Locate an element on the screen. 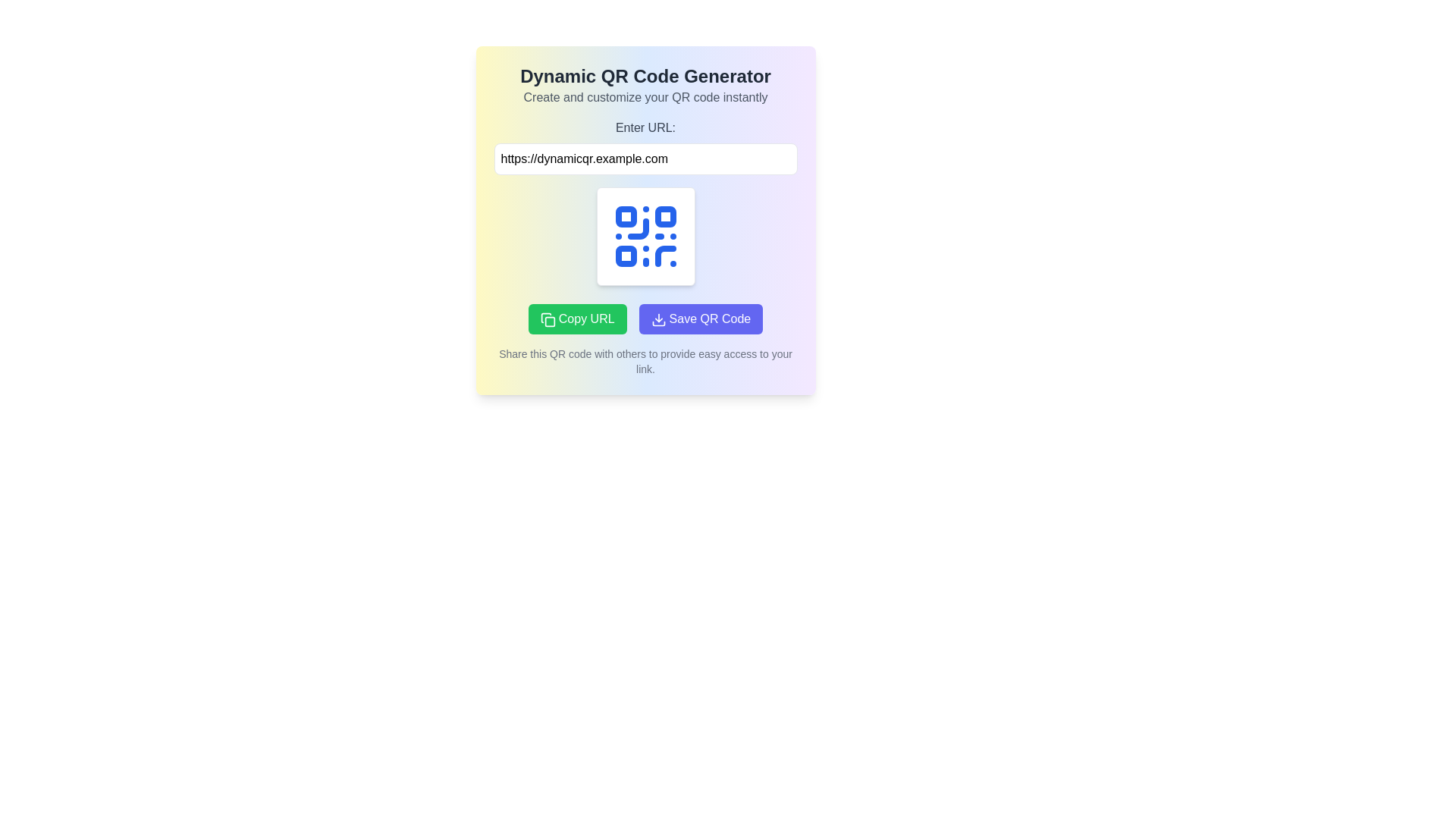  the Text header that serves as the title of the page for generating dynamic QR codes, located at the top-center of the interface is located at coordinates (645, 76).